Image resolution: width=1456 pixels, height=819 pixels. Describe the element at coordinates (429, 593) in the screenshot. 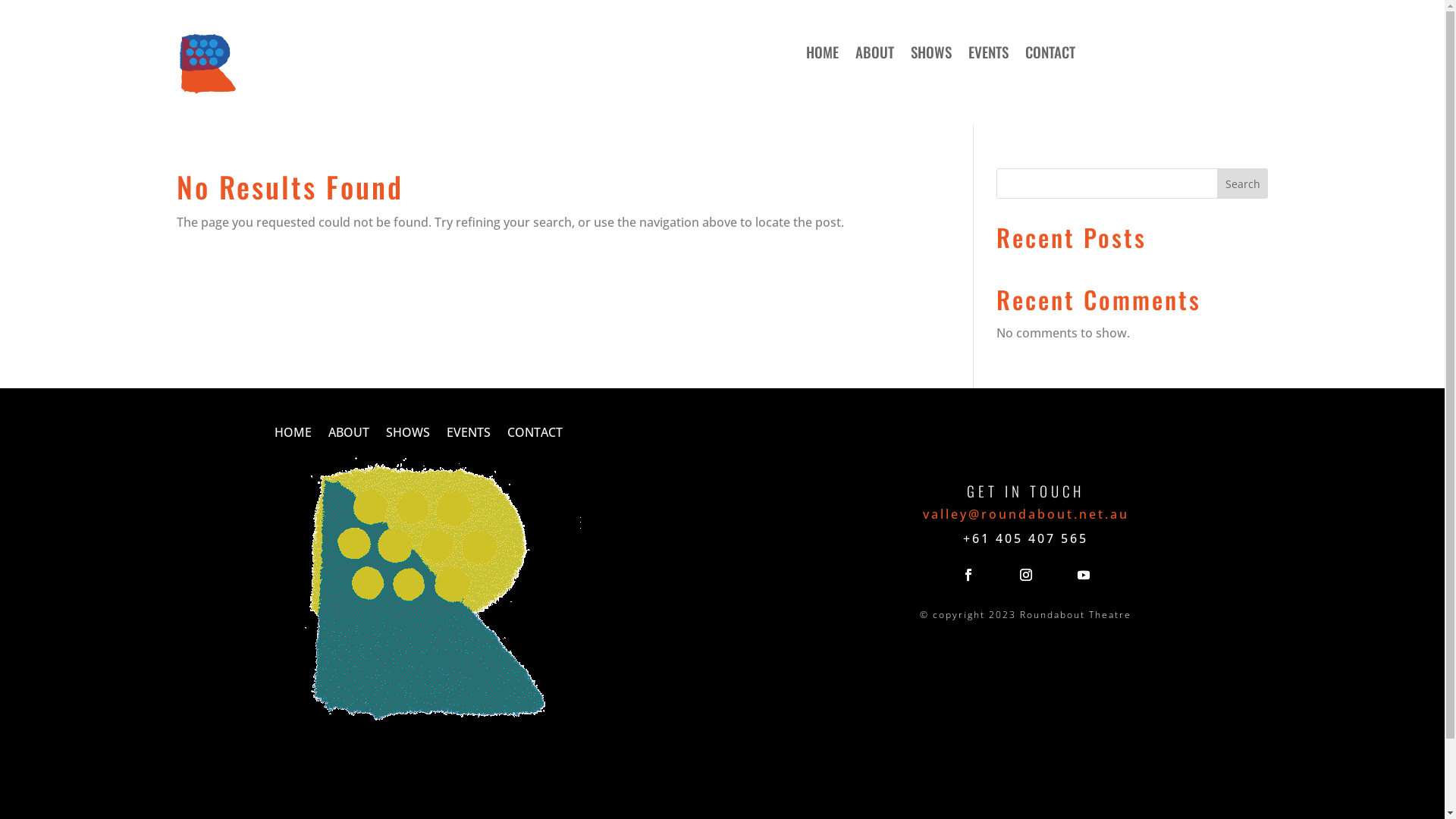

I see `'logo-animation-clear'` at that location.